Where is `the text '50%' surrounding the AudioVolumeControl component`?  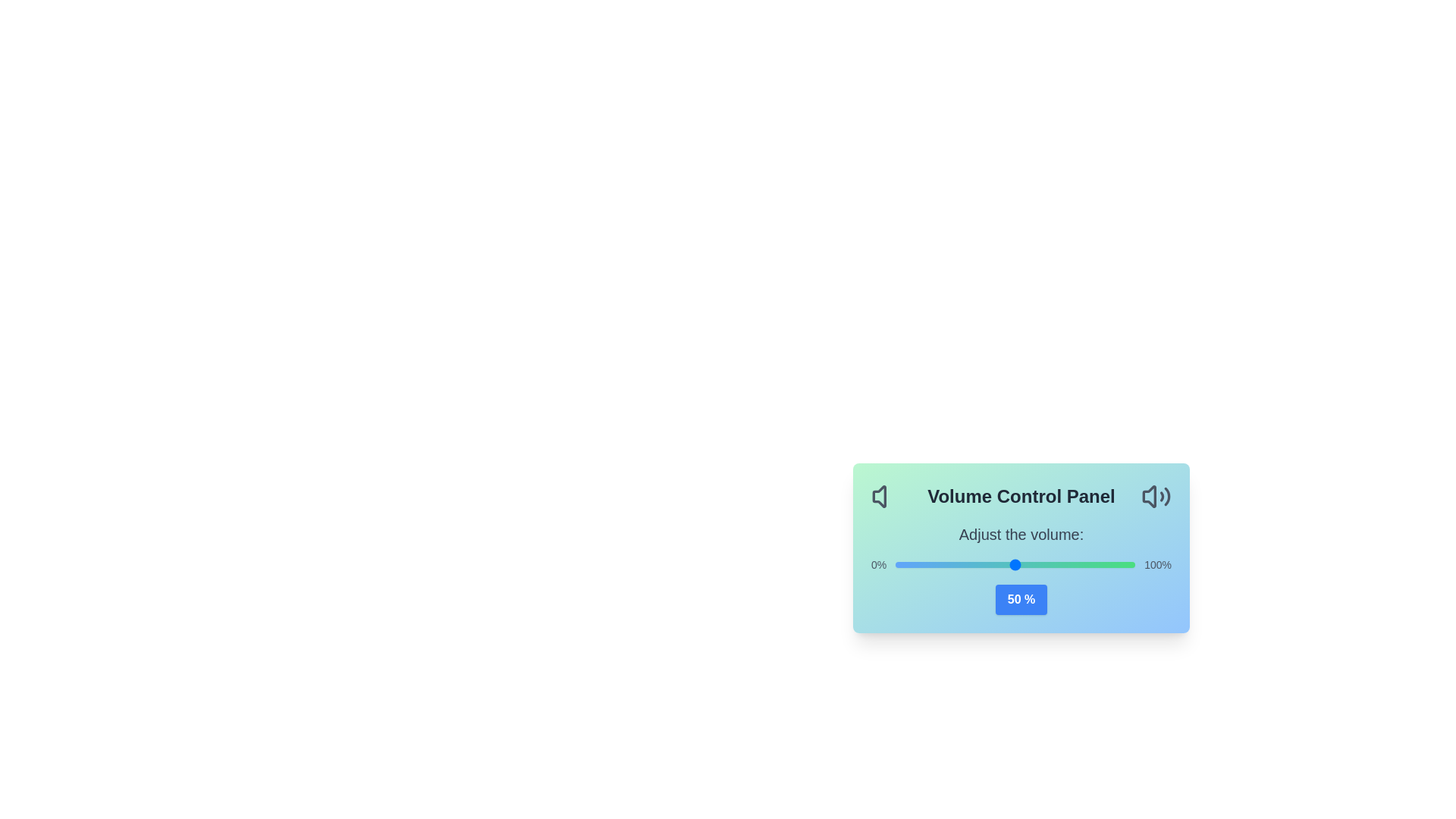
the text '50%' surrounding the AudioVolumeControl component is located at coordinates (1021, 598).